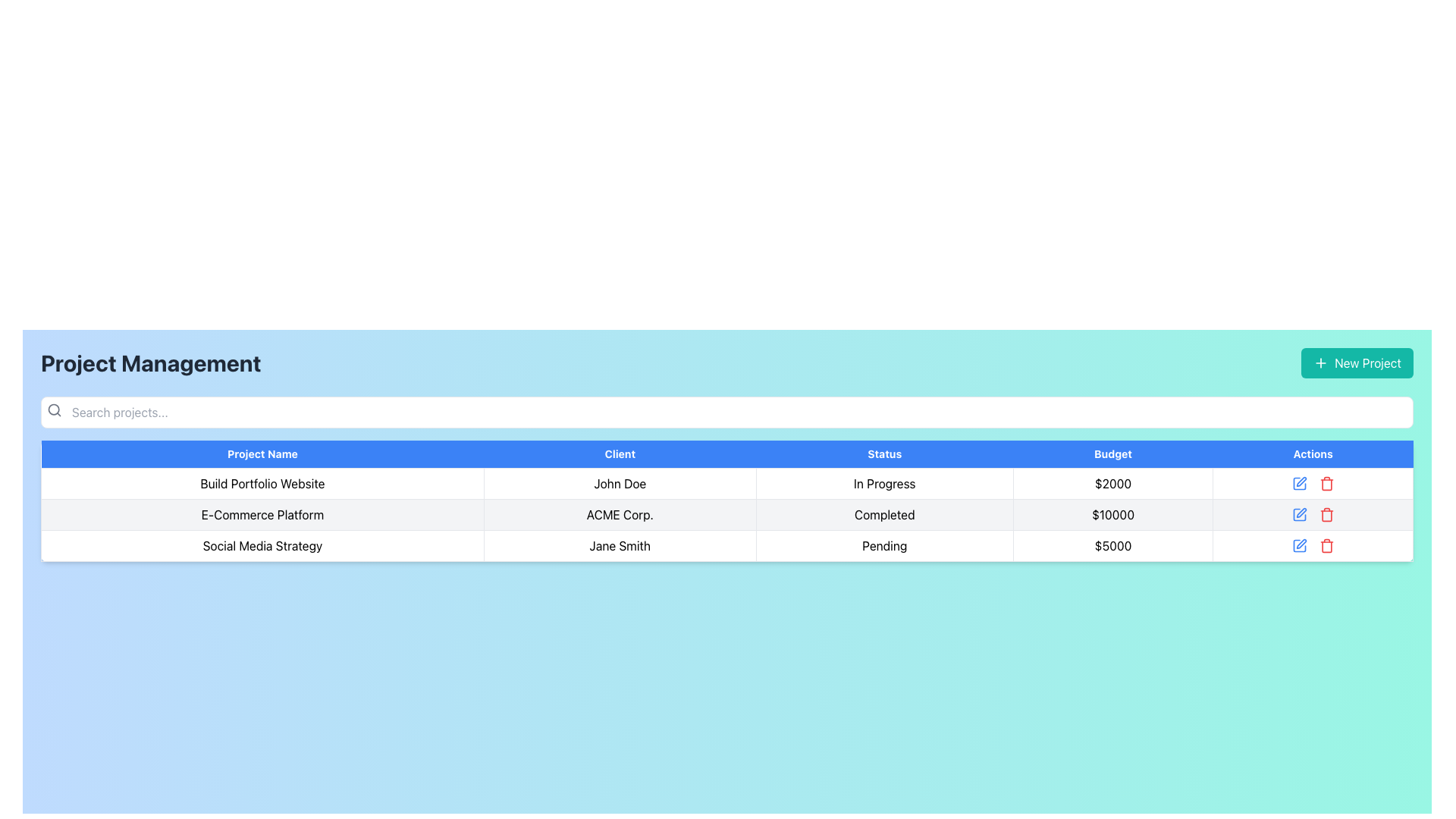 Image resolution: width=1456 pixels, height=819 pixels. What do you see at coordinates (620, 546) in the screenshot?
I see `the table cell that represents the name of the client associated with the 'Social Media Strategy' project, located in the third row under the 'Client' column` at bounding box center [620, 546].